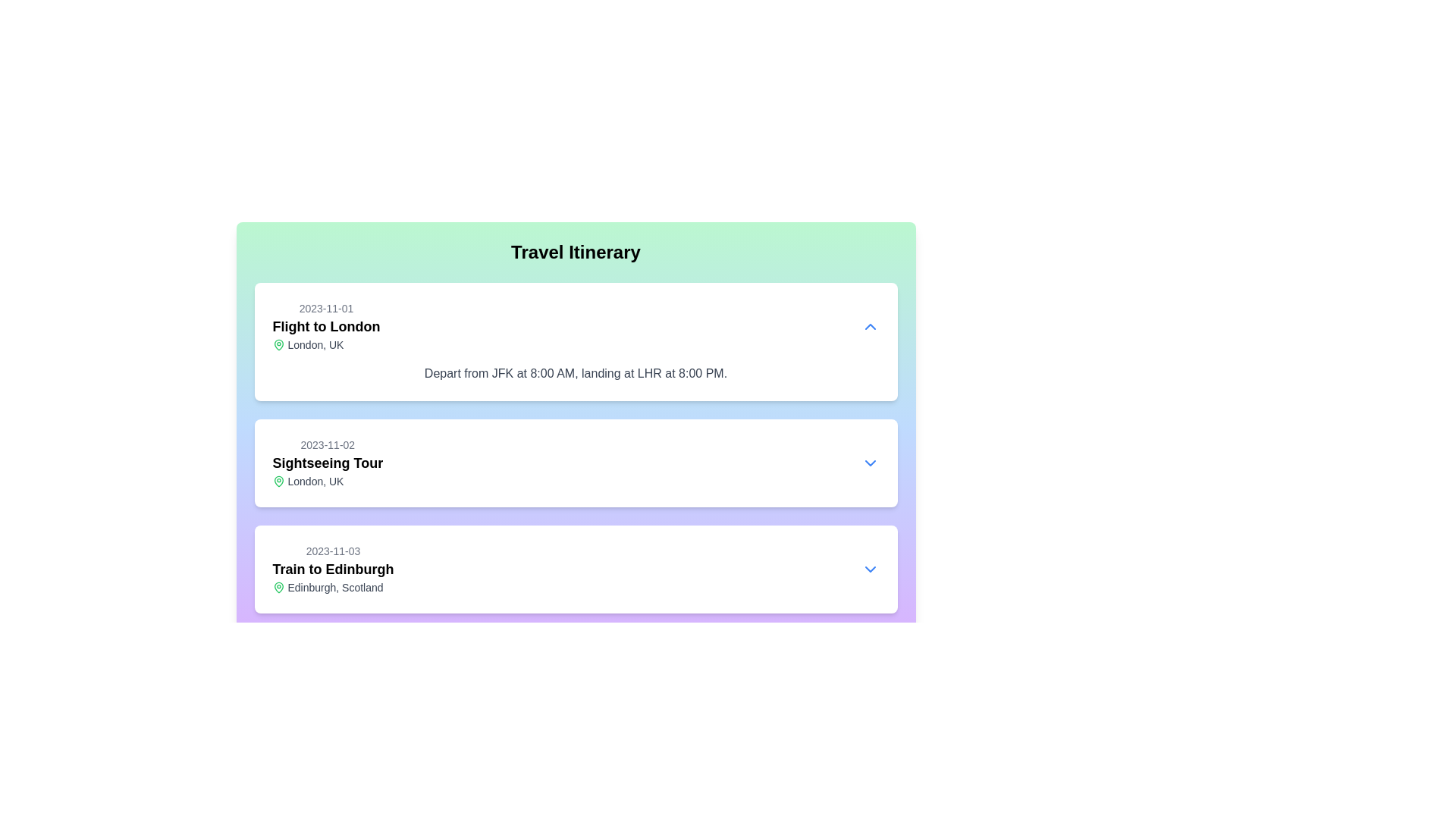  What do you see at coordinates (278, 587) in the screenshot?
I see `the SVG Icon representing location information for the itinerary entry associated with 'Edinburgh, Scotland', located to the left of the text` at bounding box center [278, 587].